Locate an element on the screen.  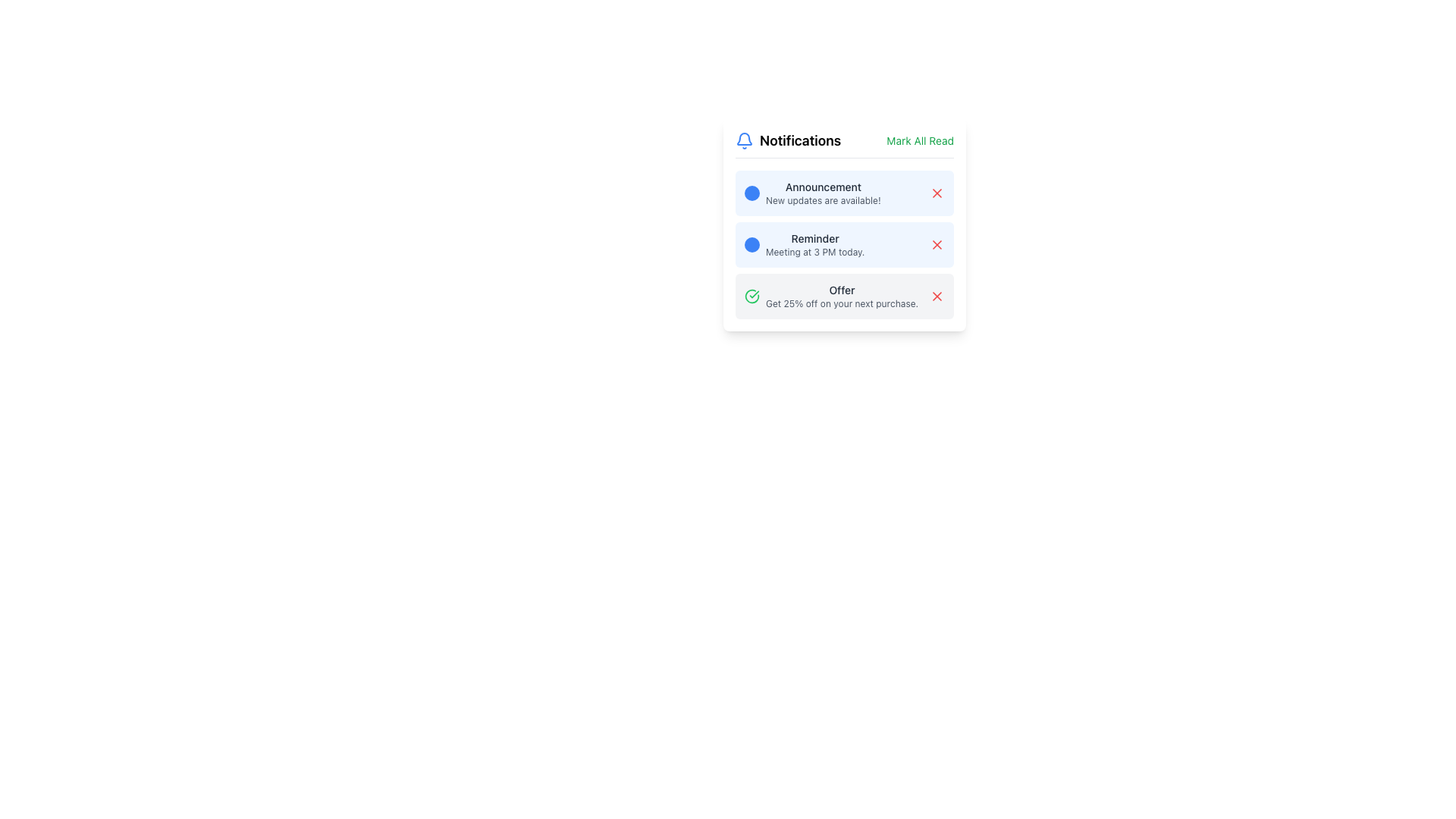
the small red cross icon located at the top right corner of the 'Announcement' notification card is located at coordinates (937, 192).